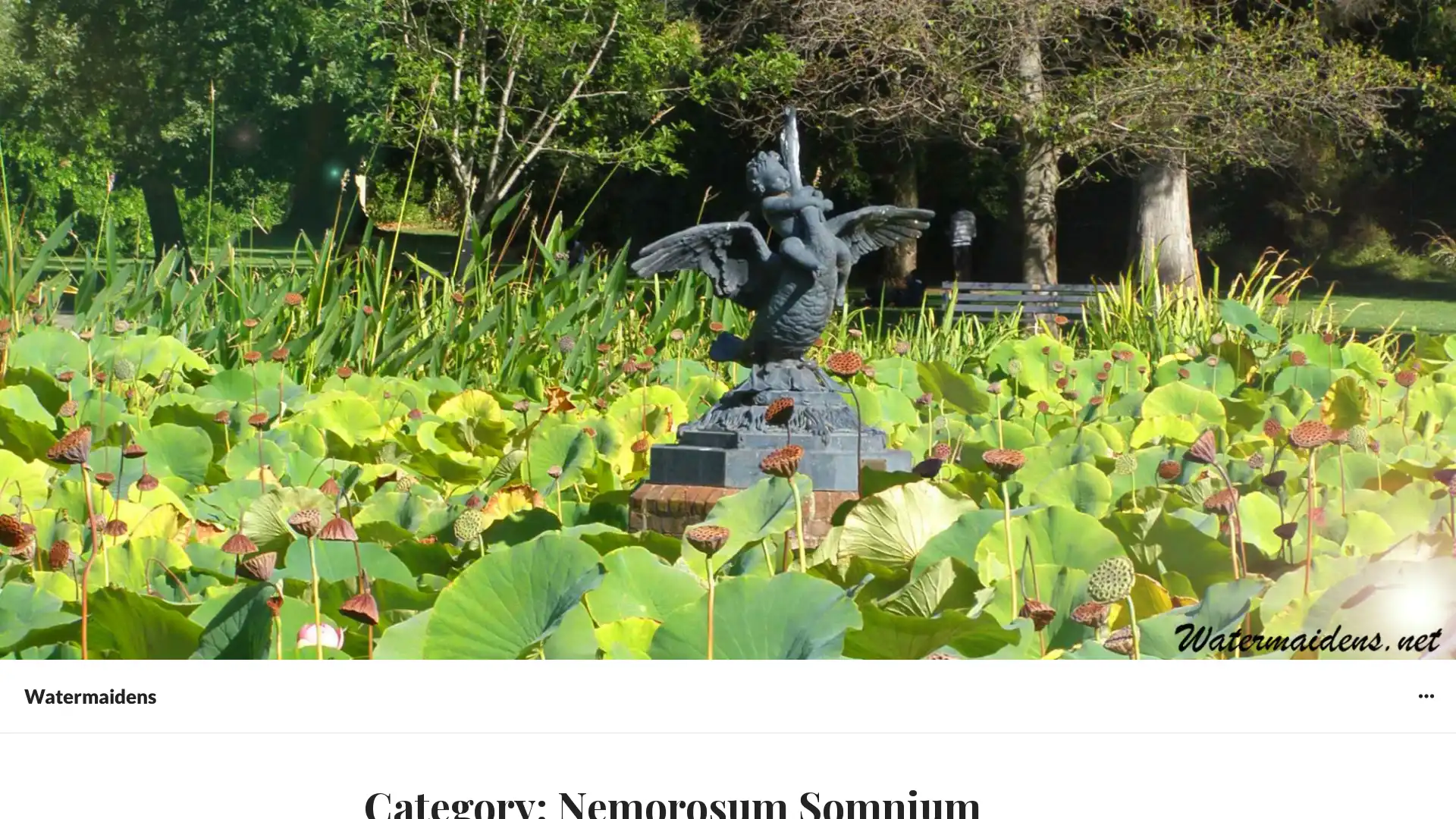  What do you see at coordinates (1425, 695) in the screenshot?
I see `WIDGETS` at bounding box center [1425, 695].